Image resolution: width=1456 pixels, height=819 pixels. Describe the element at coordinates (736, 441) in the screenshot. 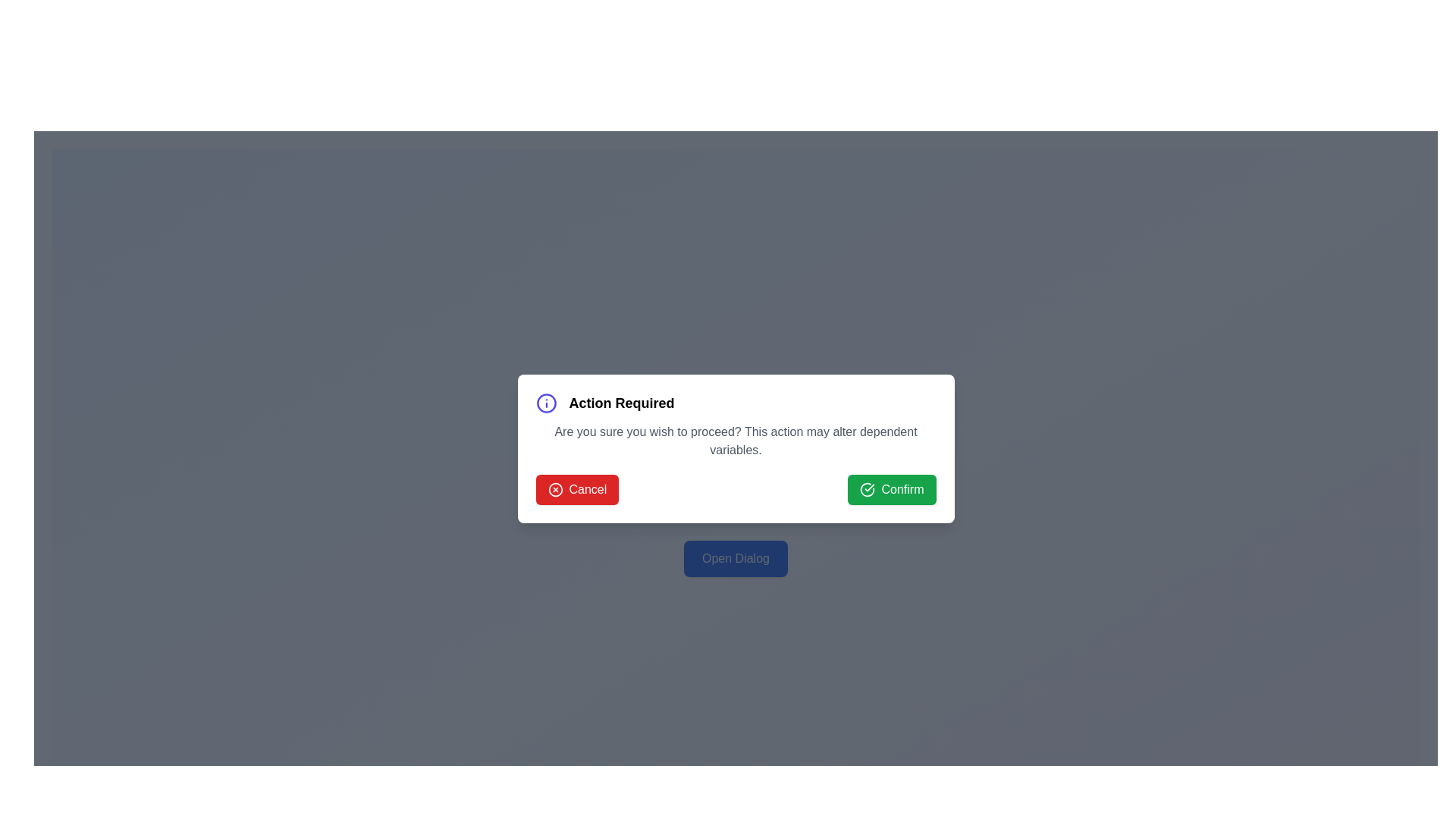

I see `static text block that displays the message: 'Are you sure you wish to proceed? This action may alter dependent variables.' which is located in the dialog box below the title 'Action Required'` at that location.